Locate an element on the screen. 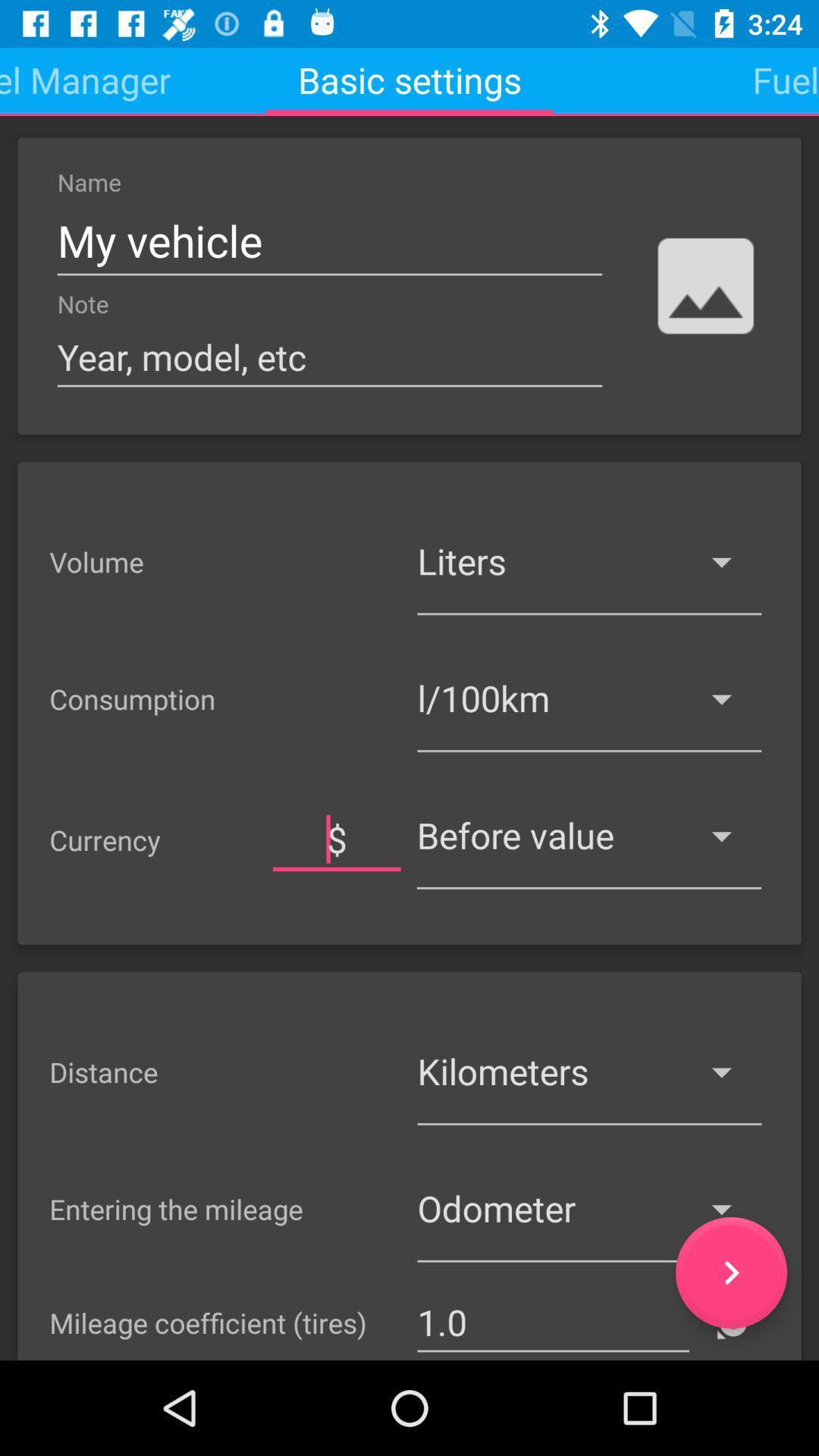  the arrow_forward icon is located at coordinates (730, 1272).